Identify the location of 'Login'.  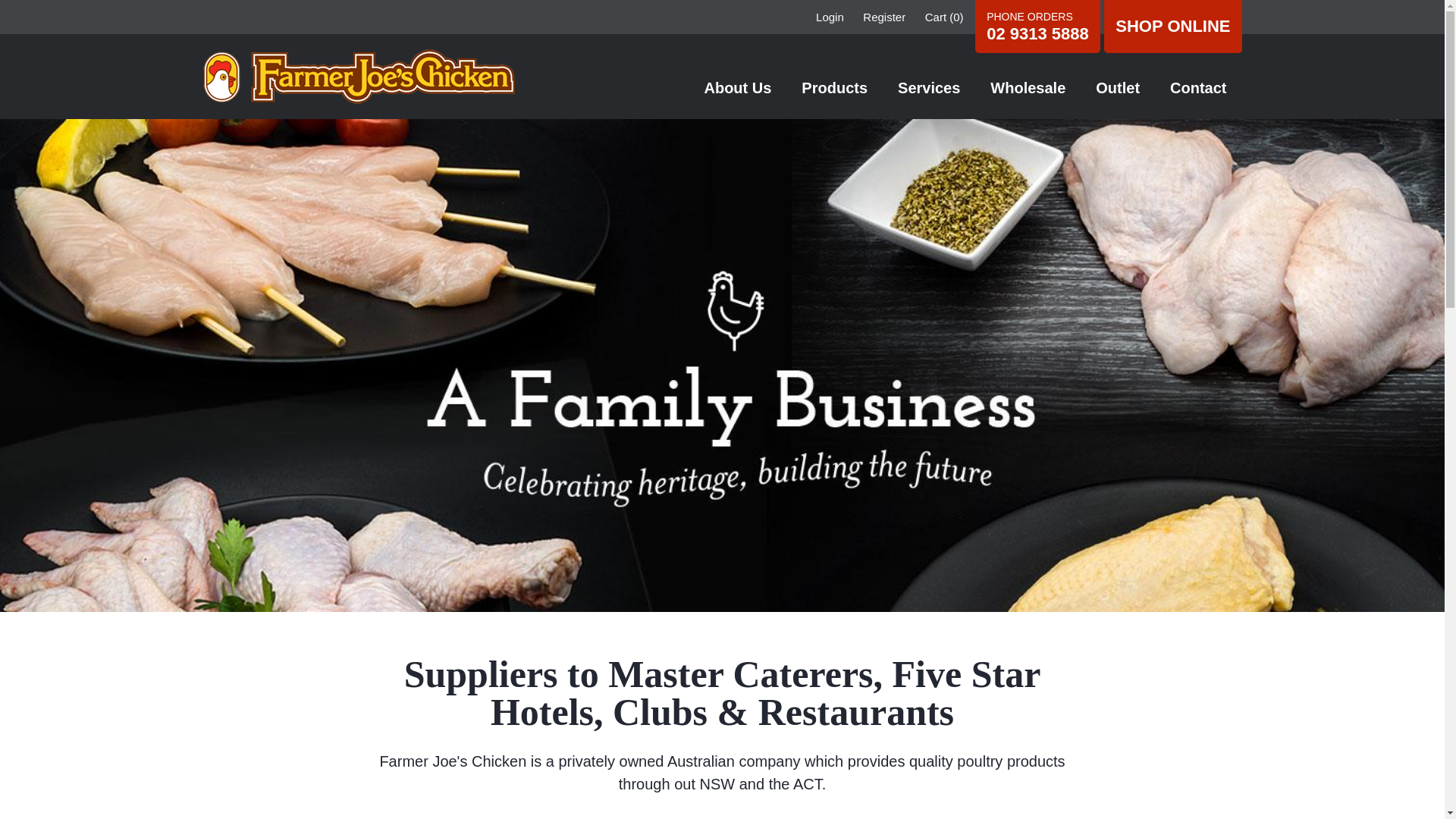
(814, 17).